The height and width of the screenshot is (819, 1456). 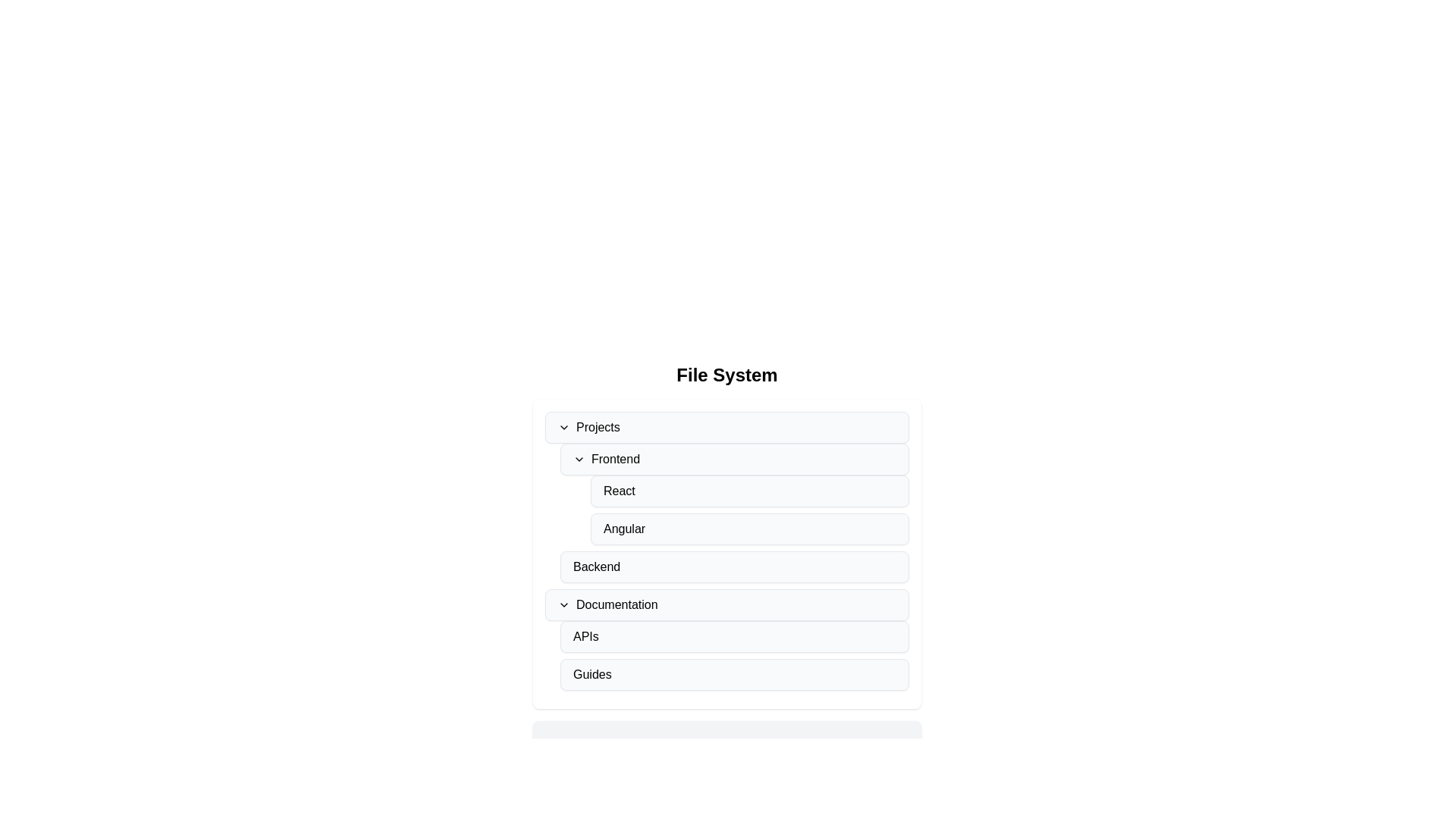 I want to click on the selectable item in the navigational list under the 'Frontend' section, so click(x=749, y=491).